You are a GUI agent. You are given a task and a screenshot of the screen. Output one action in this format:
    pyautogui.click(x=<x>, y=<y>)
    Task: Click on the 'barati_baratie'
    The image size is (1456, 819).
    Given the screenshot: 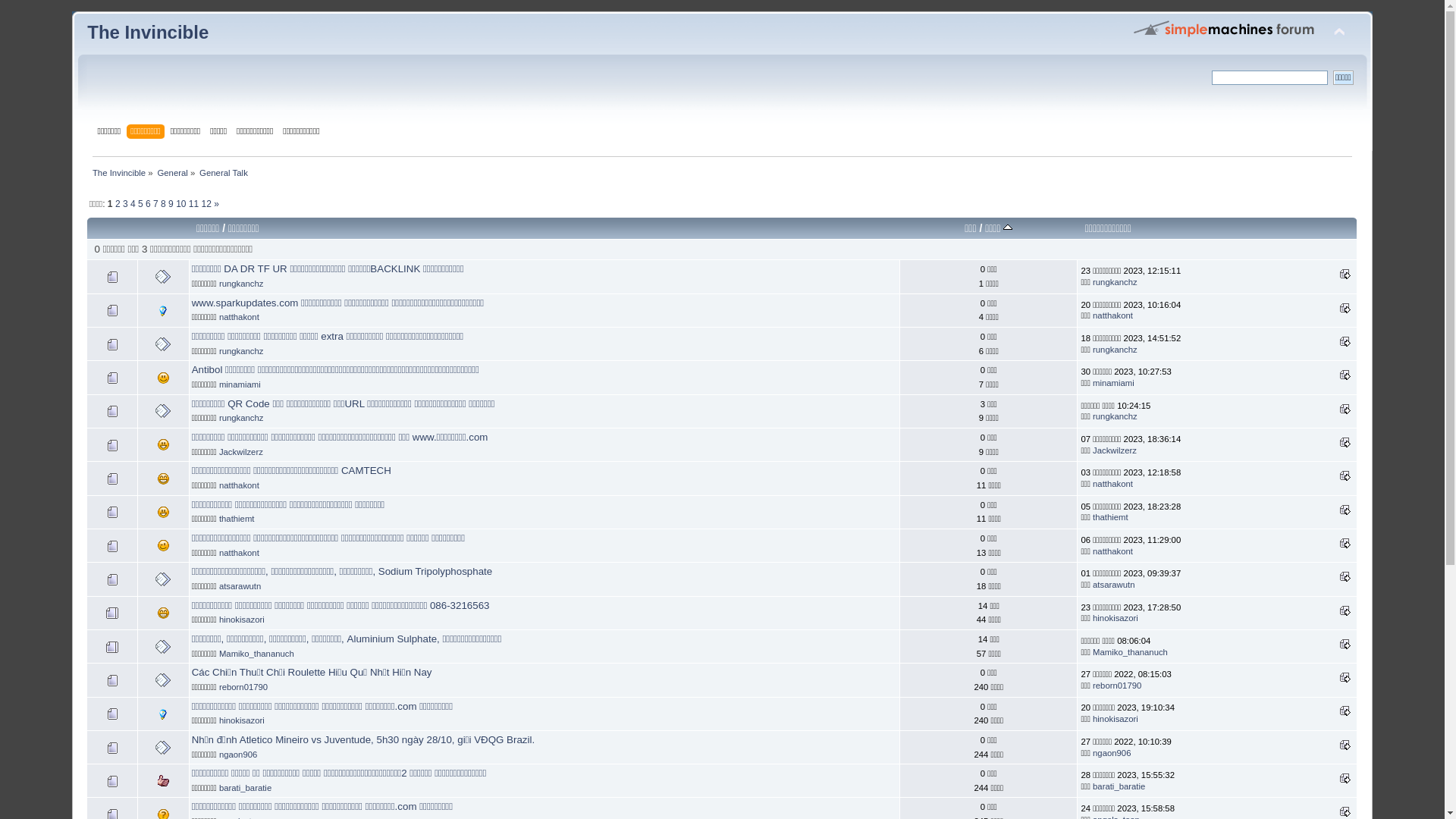 What is the action you would take?
    pyautogui.click(x=1092, y=786)
    